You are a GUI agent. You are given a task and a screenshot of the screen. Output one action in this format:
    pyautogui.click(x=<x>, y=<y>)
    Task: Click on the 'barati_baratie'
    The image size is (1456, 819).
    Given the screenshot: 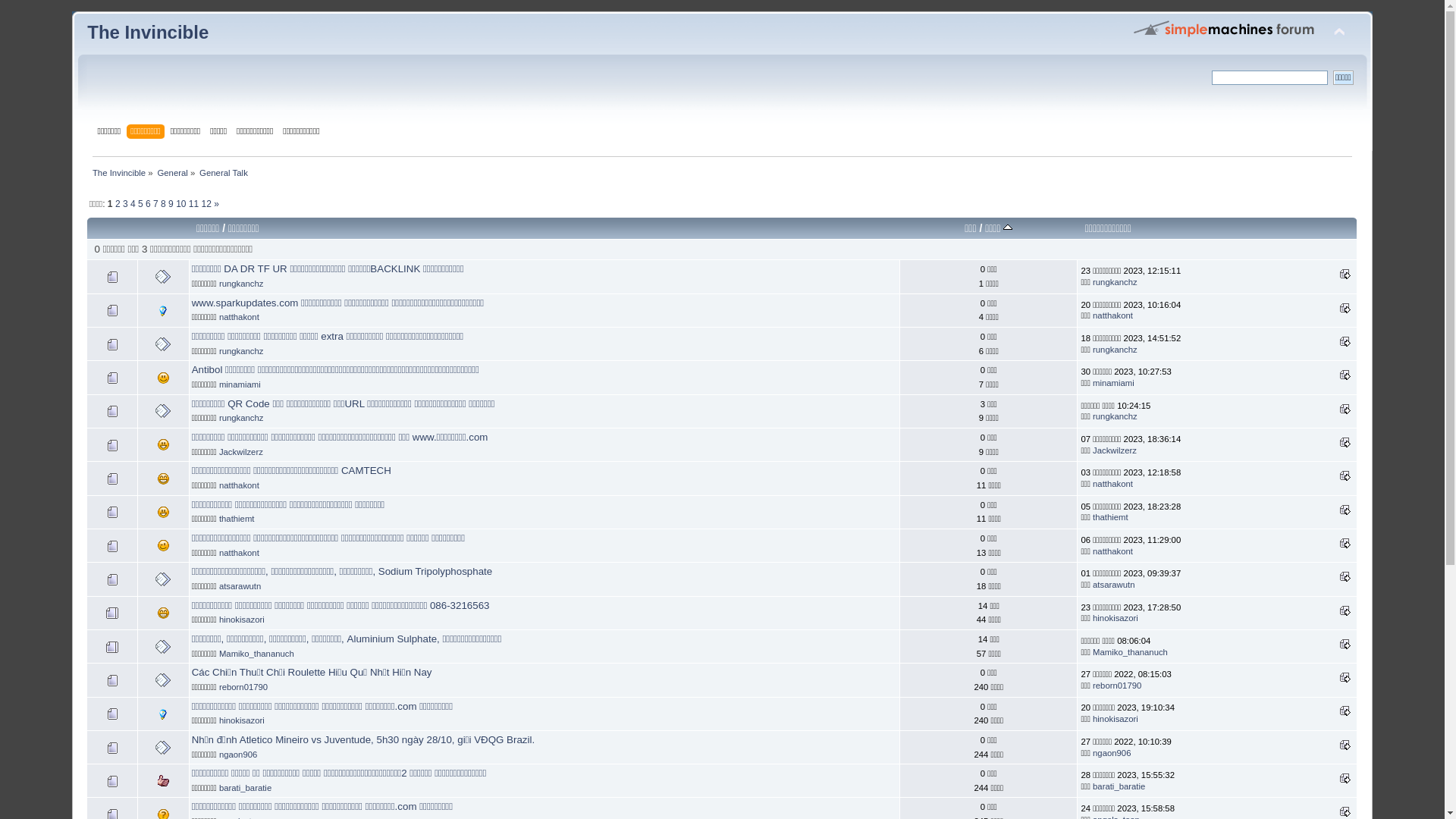 What is the action you would take?
    pyautogui.click(x=1092, y=786)
    